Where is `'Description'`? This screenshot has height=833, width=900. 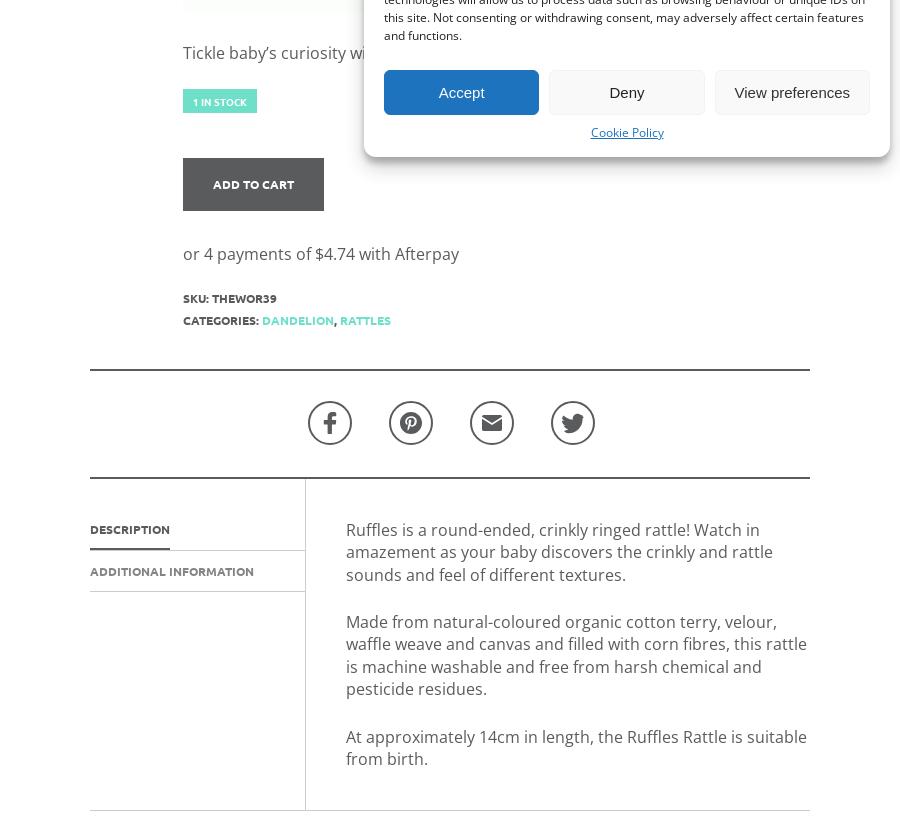
'Description' is located at coordinates (129, 528).